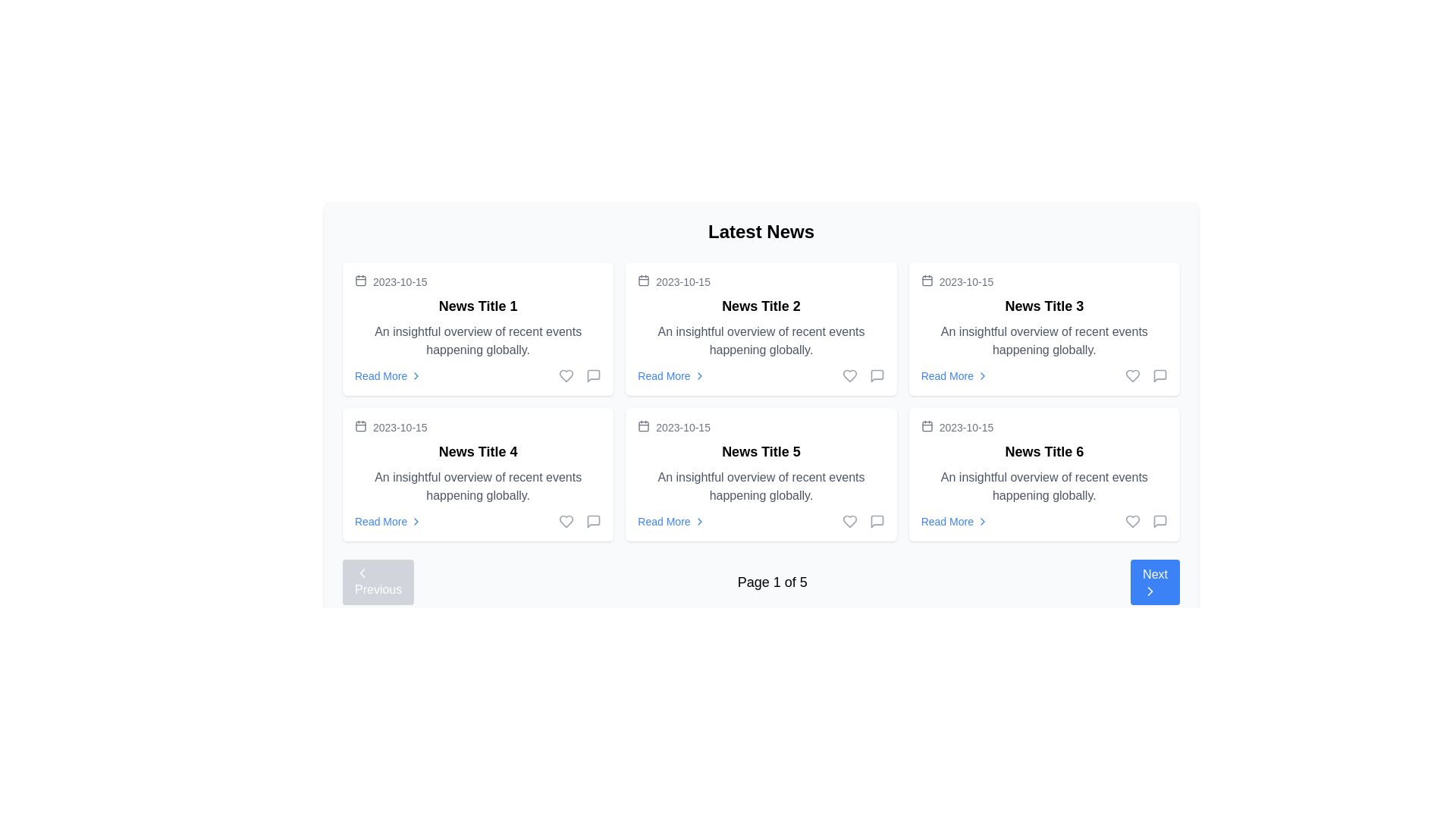 Image resolution: width=1456 pixels, height=819 pixels. Describe the element at coordinates (1043, 341) in the screenshot. I see `information from the text block styled with a gray font color that reads: 'An insightful overview of recent events happening globally.' located in the upper-right corner of the grid layout` at that location.